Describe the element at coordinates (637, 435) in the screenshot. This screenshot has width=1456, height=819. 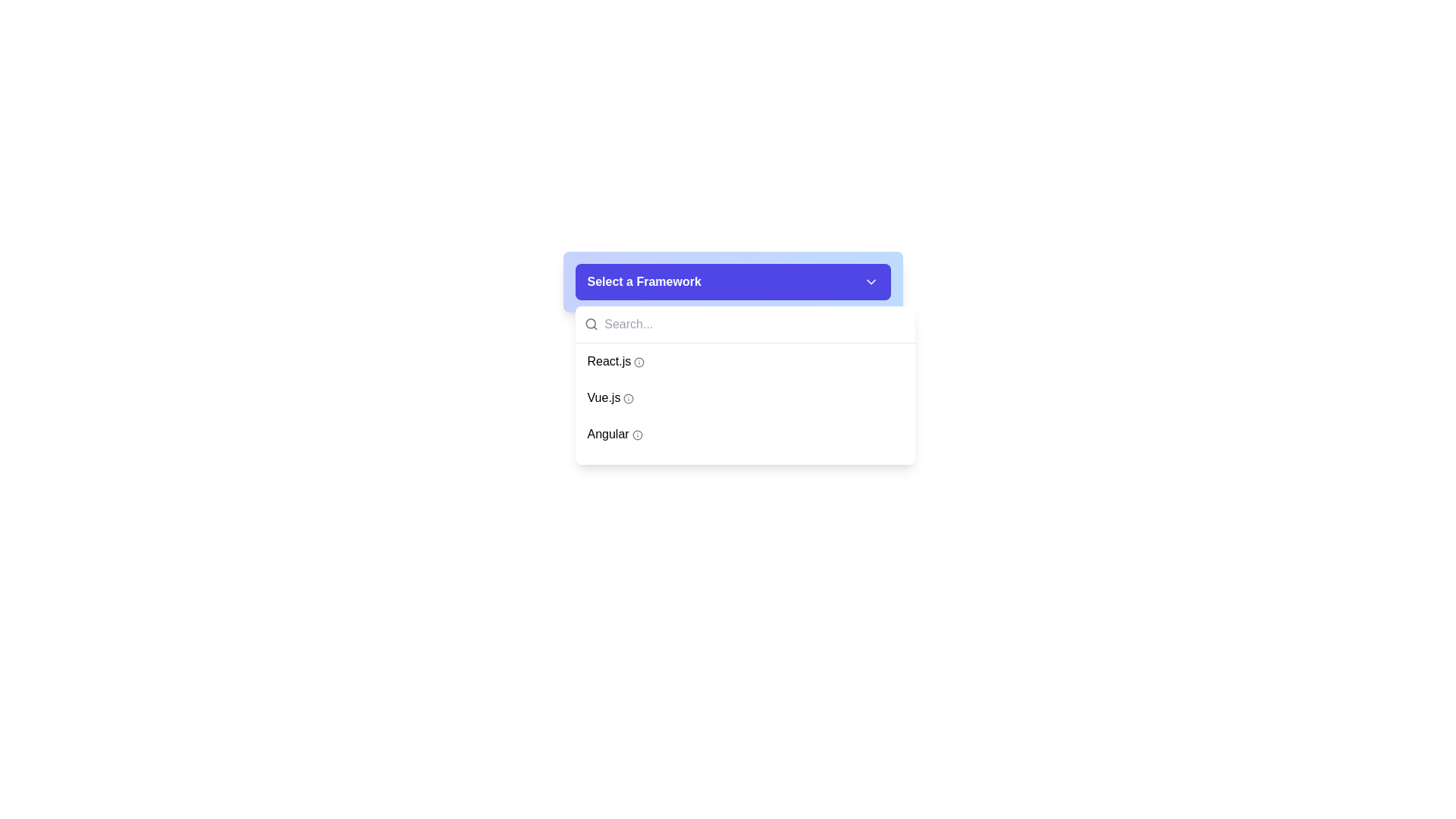
I see `the small circular gray icon with an 'i' symbol located immediately to the right of the 'Angular' text in the third item of the dropdown list` at that location.